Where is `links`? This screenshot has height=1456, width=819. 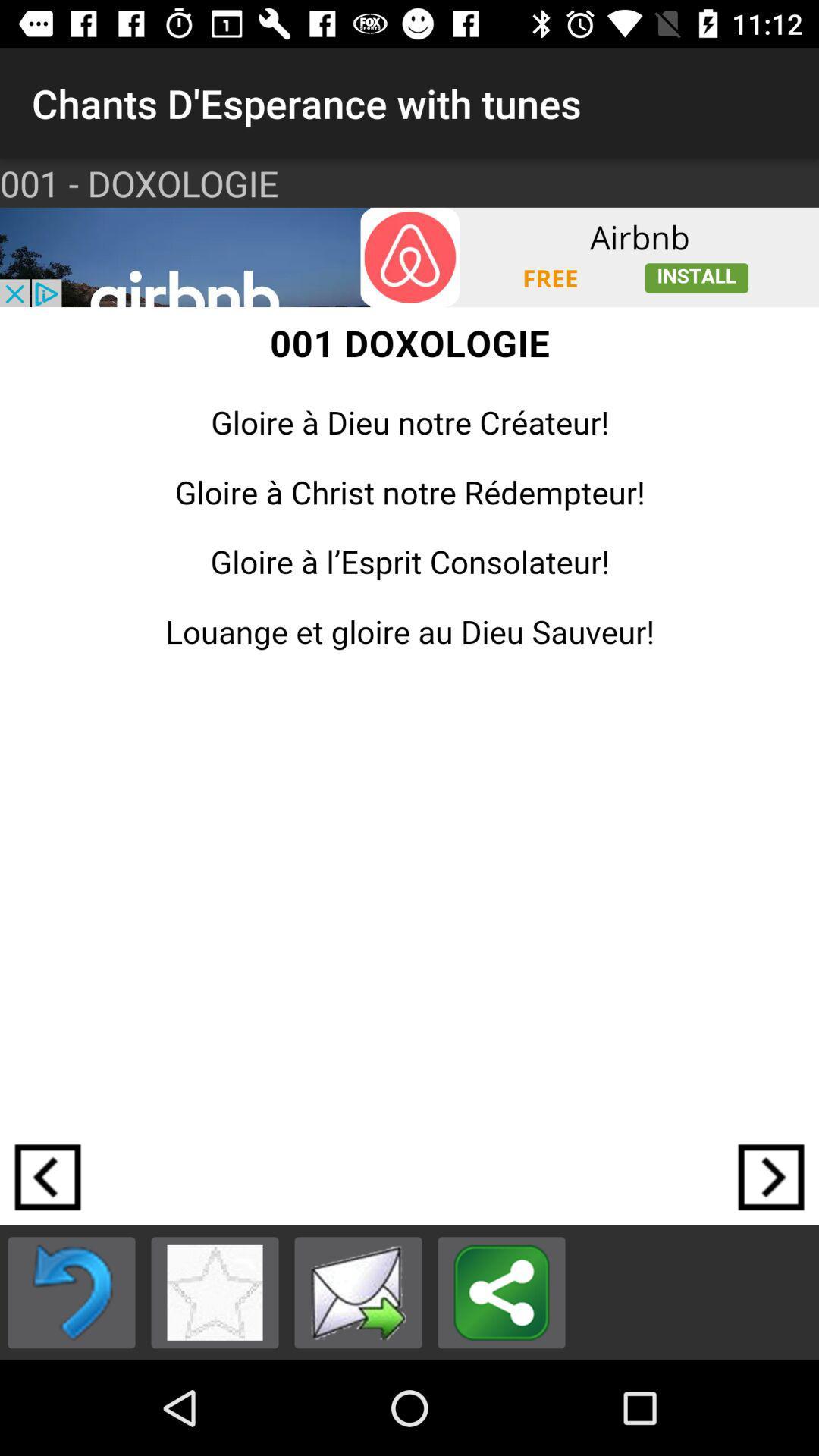
links is located at coordinates (501, 1291).